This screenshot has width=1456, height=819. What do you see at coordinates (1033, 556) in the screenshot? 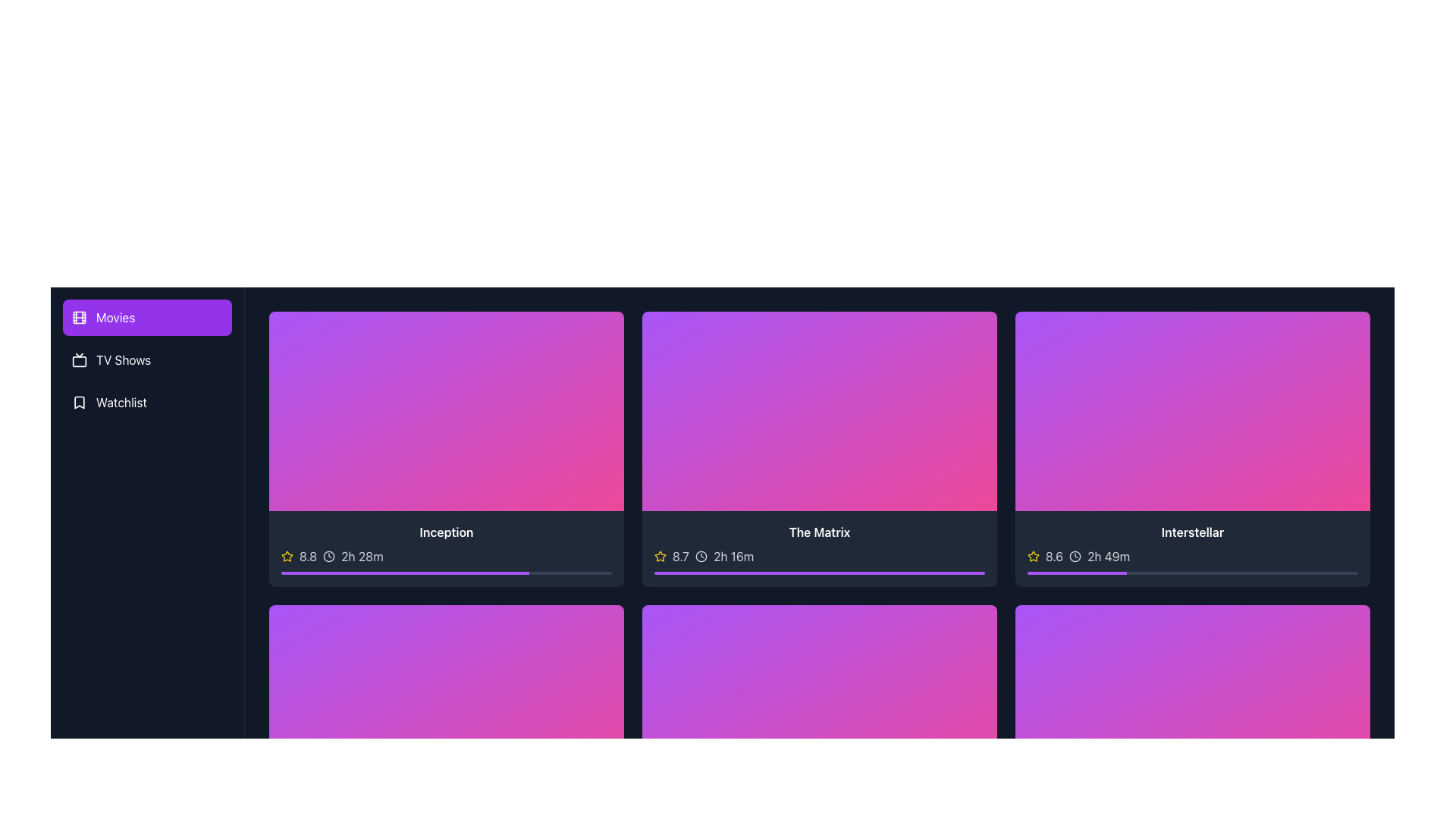
I see `the star icon with a yellow border located to the left of the numerical rating '8.6' for the 'Interstellar' movie tile` at bounding box center [1033, 556].